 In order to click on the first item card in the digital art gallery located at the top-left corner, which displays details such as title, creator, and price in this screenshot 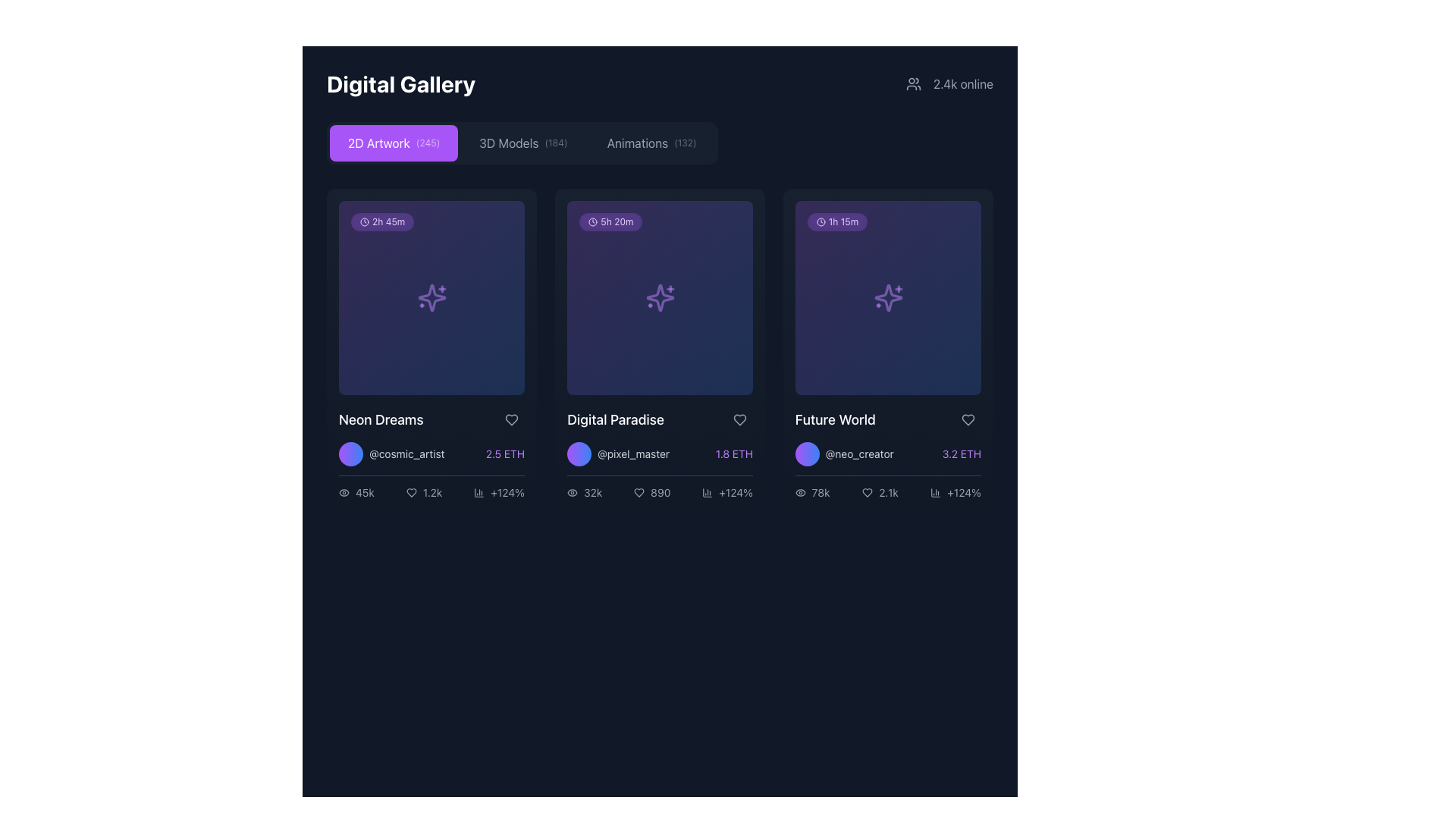, I will do `click(431, 350)`.